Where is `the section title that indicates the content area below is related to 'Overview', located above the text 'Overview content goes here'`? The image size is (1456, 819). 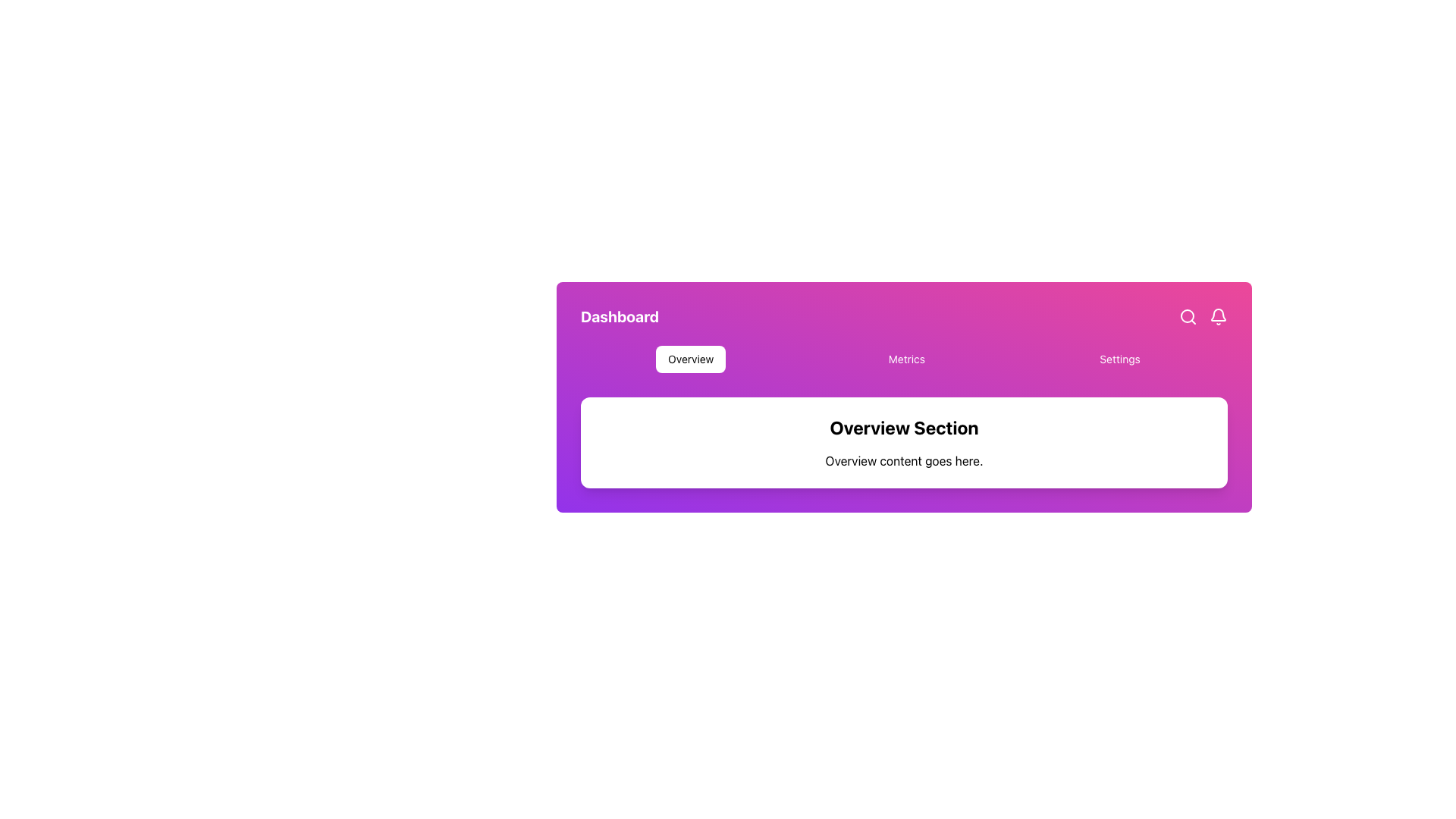 the section title that indicates the content area below is related to 'Overview', located above the text 'Overview content goes here' is located at coordinates (904, 427).